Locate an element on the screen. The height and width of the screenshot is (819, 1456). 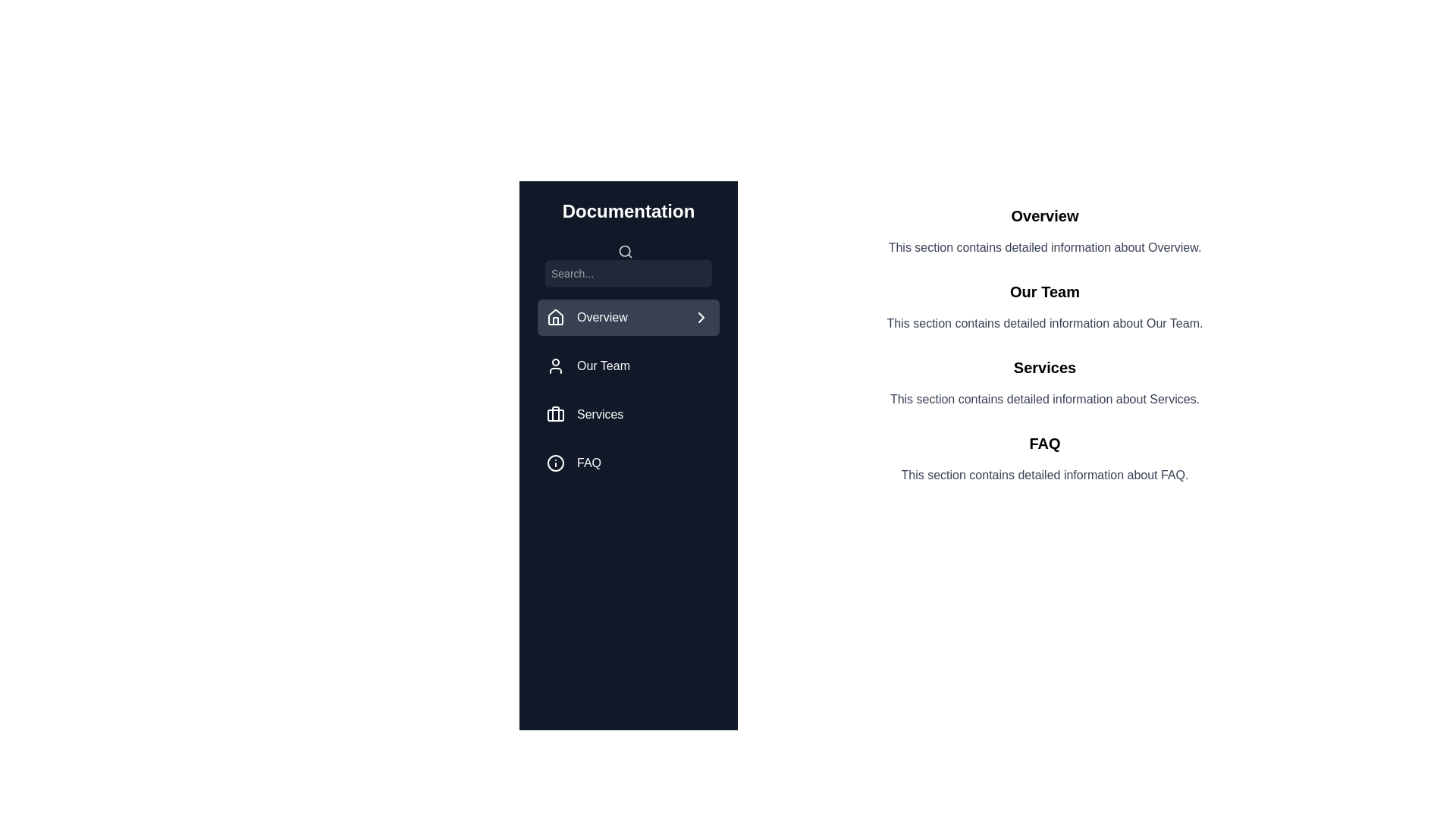
text displayed on the 'Services' label located in the left vertical navigation bar, positioned to the right of the graphical icon is located at coordinates (599, 415).